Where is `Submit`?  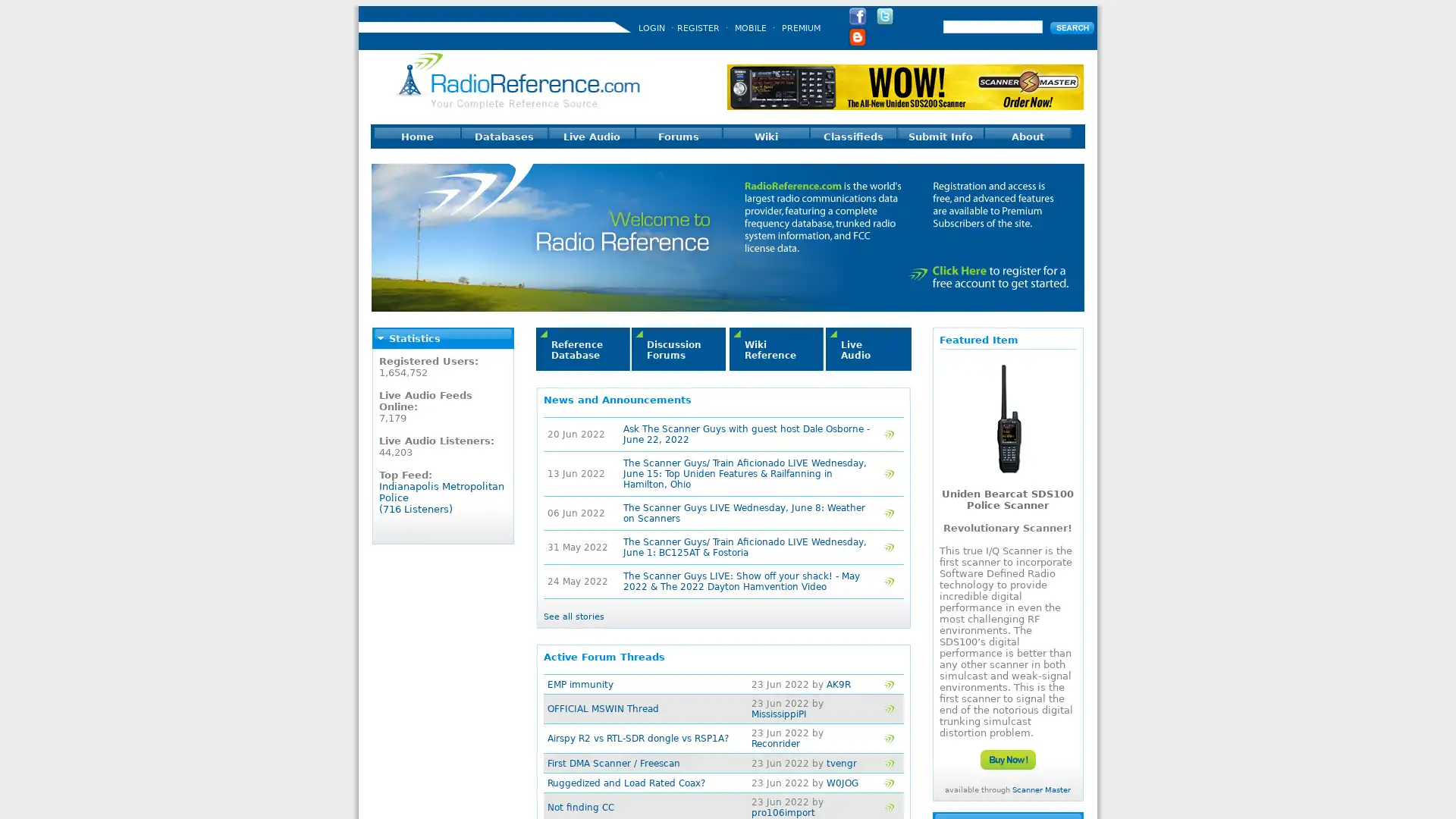 Submit is located at coordinates (1070, 28).